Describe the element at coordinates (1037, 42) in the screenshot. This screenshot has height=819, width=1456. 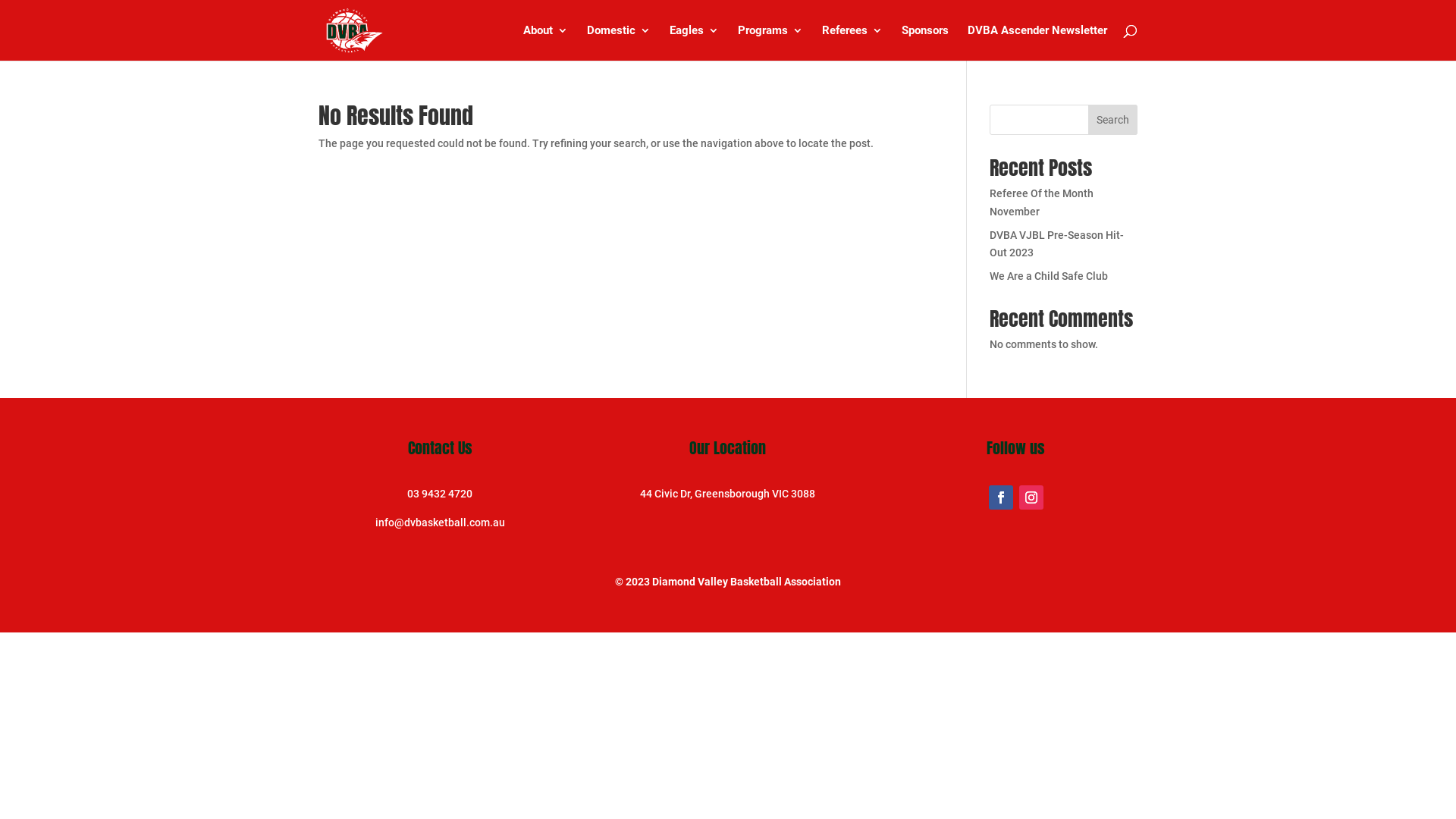
I see `'DVBA Ascender Newsletter'` at that location.